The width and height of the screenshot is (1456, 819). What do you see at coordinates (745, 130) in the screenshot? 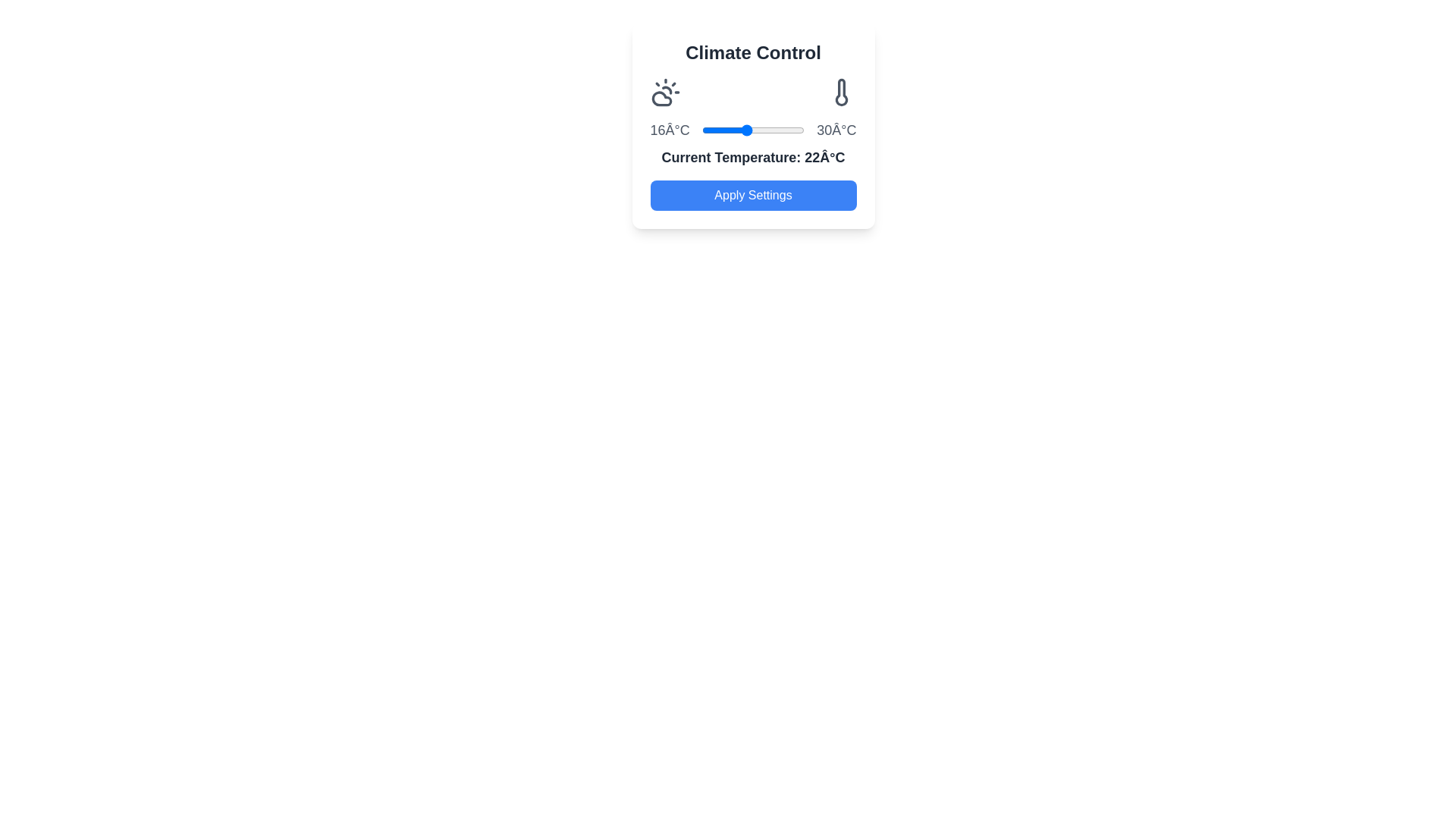
I see `the temperature` at bounding box center [745, 130].